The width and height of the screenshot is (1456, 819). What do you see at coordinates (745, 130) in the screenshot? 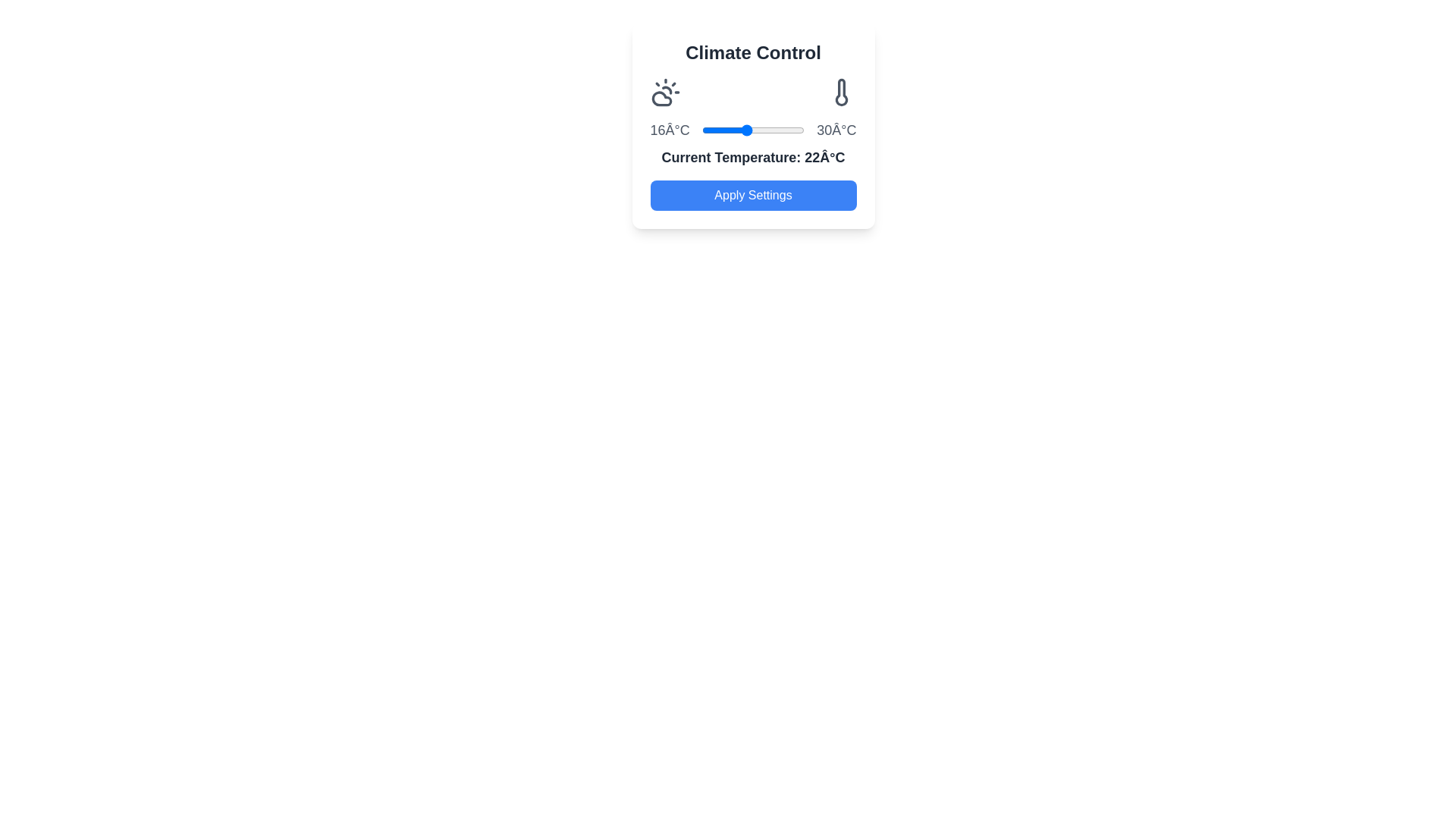
I see `the temperature` at bounding box center [745, 130].